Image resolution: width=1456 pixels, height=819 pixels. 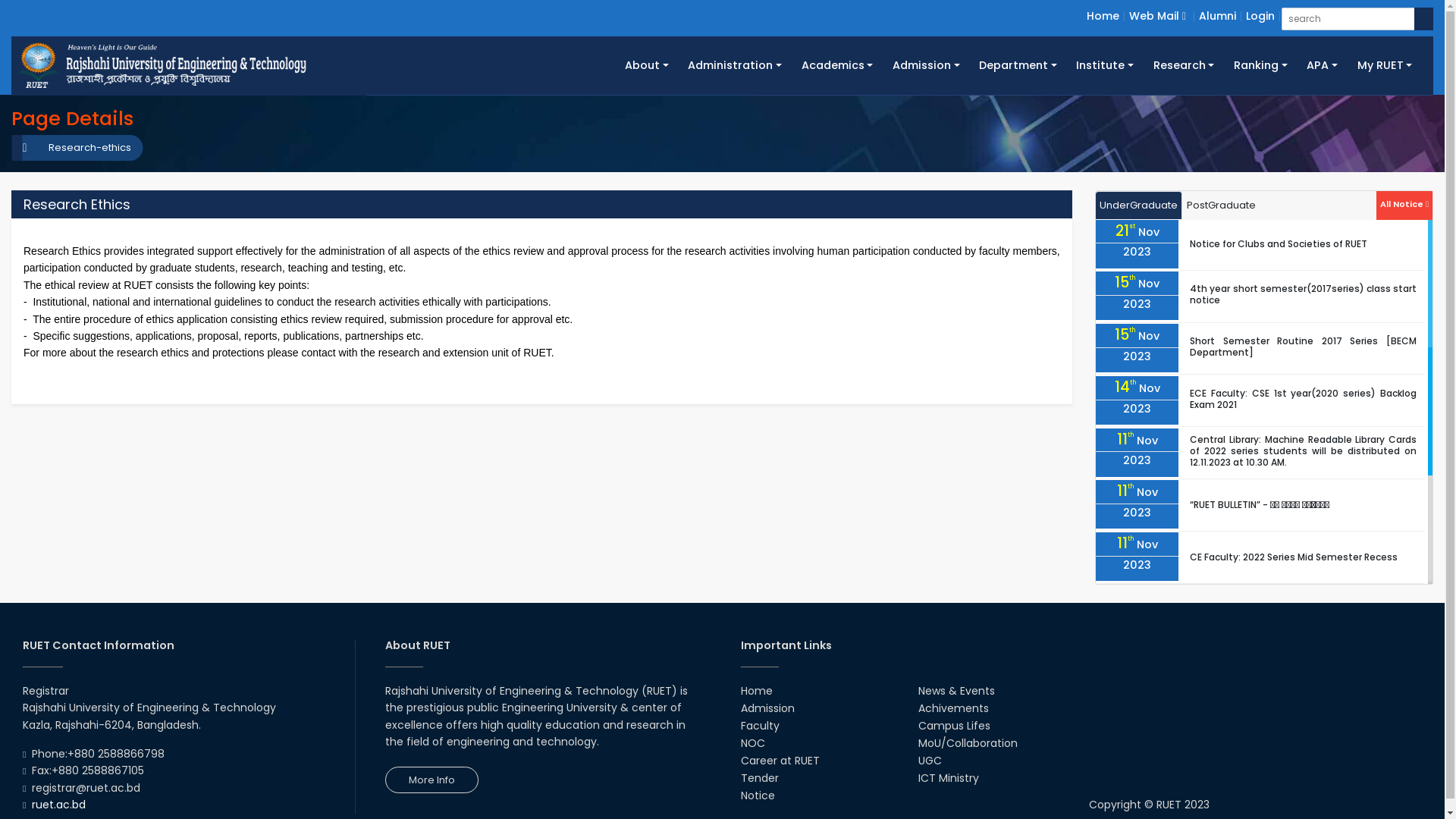 What do you see at coordinates (81, 148) in the screenshot?
I see `'Research-ethics'` at bounding box center [81, 148].